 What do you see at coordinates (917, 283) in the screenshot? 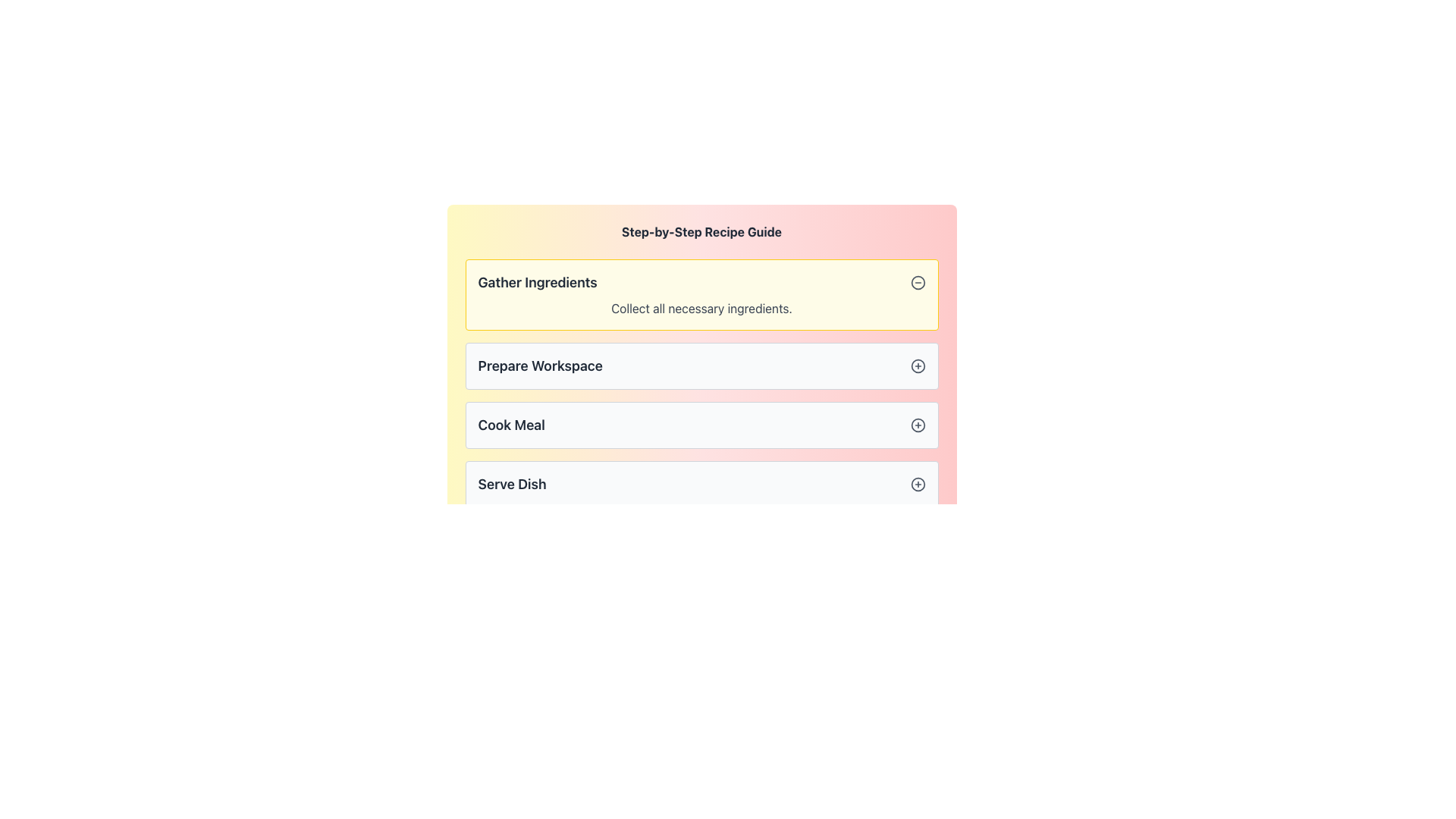
I see `the circular visual shape indicating the 'minus' or 'remove' icon located at the top right corner of the 'Gather Ingredients' card` at bounding box center [917, 283].